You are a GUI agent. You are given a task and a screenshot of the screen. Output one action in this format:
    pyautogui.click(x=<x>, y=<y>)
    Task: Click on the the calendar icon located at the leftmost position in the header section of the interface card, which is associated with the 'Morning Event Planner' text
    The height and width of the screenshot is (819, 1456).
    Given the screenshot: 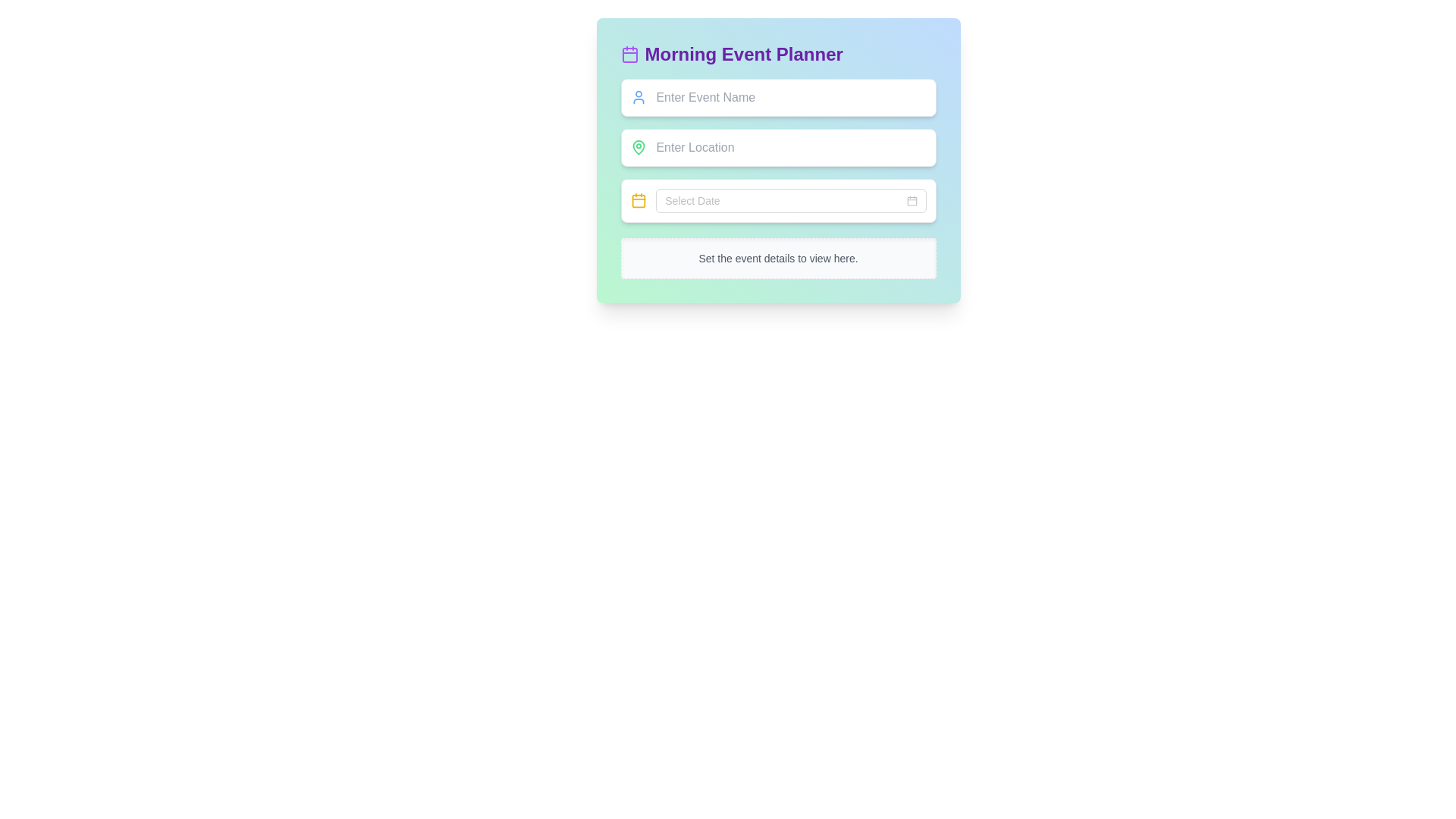 What is the action you would take?
    pyautogui.click(x=629, y=54)
    